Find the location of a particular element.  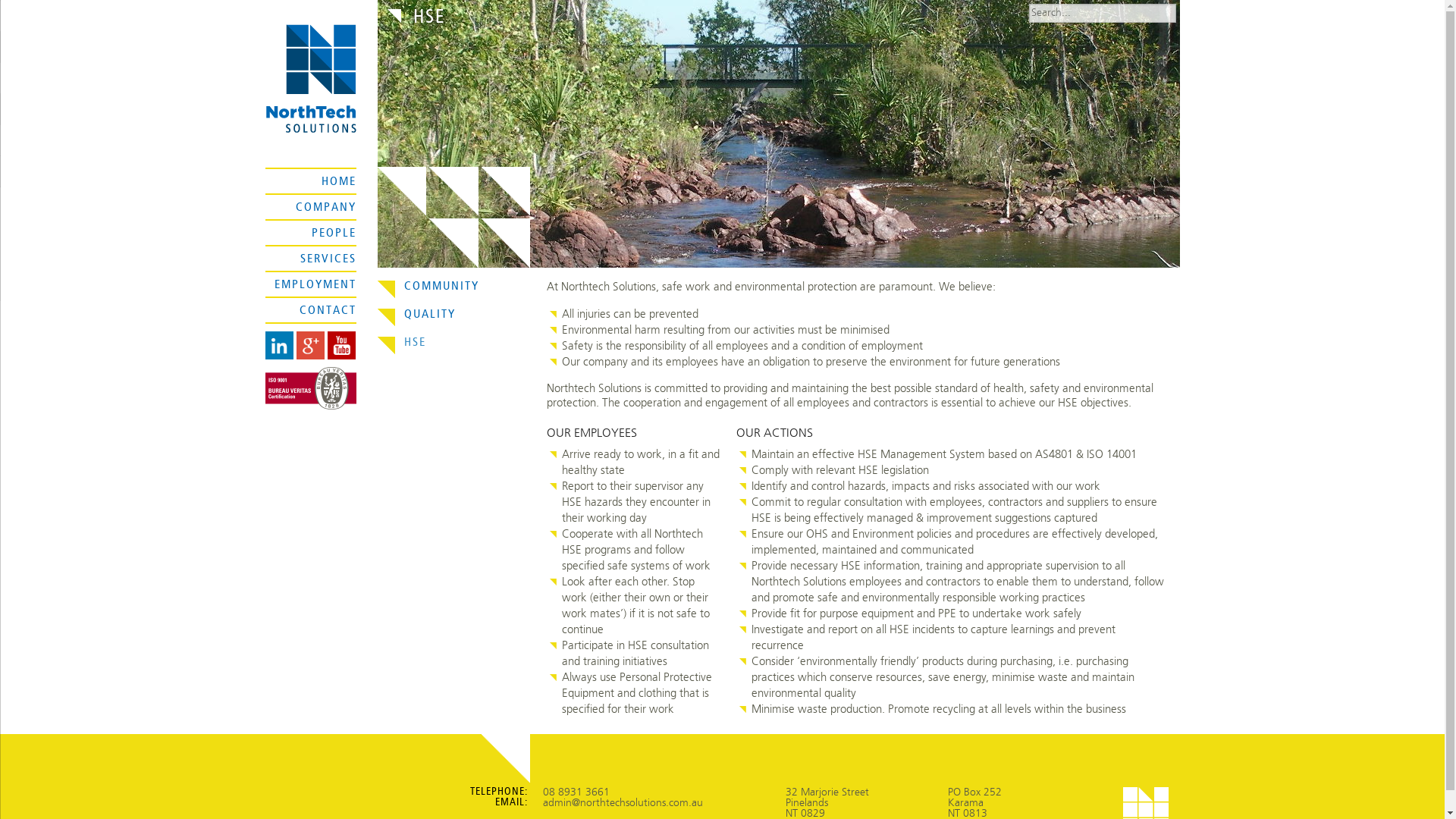

'SERVICES' is located at coordinates (300, 259).